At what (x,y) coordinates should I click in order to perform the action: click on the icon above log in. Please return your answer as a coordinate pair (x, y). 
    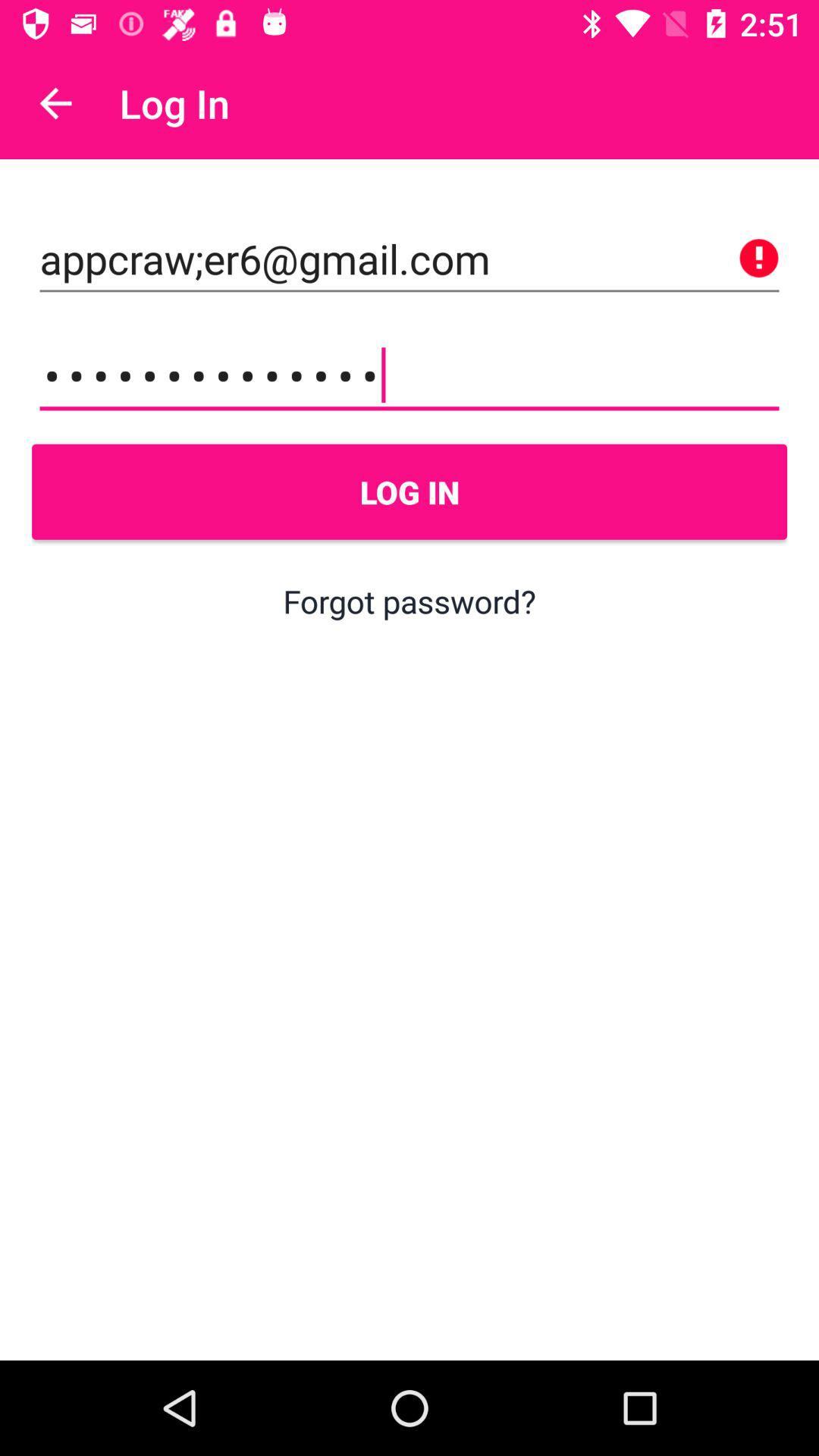
    Looking at the image, I should click on (409, 375).